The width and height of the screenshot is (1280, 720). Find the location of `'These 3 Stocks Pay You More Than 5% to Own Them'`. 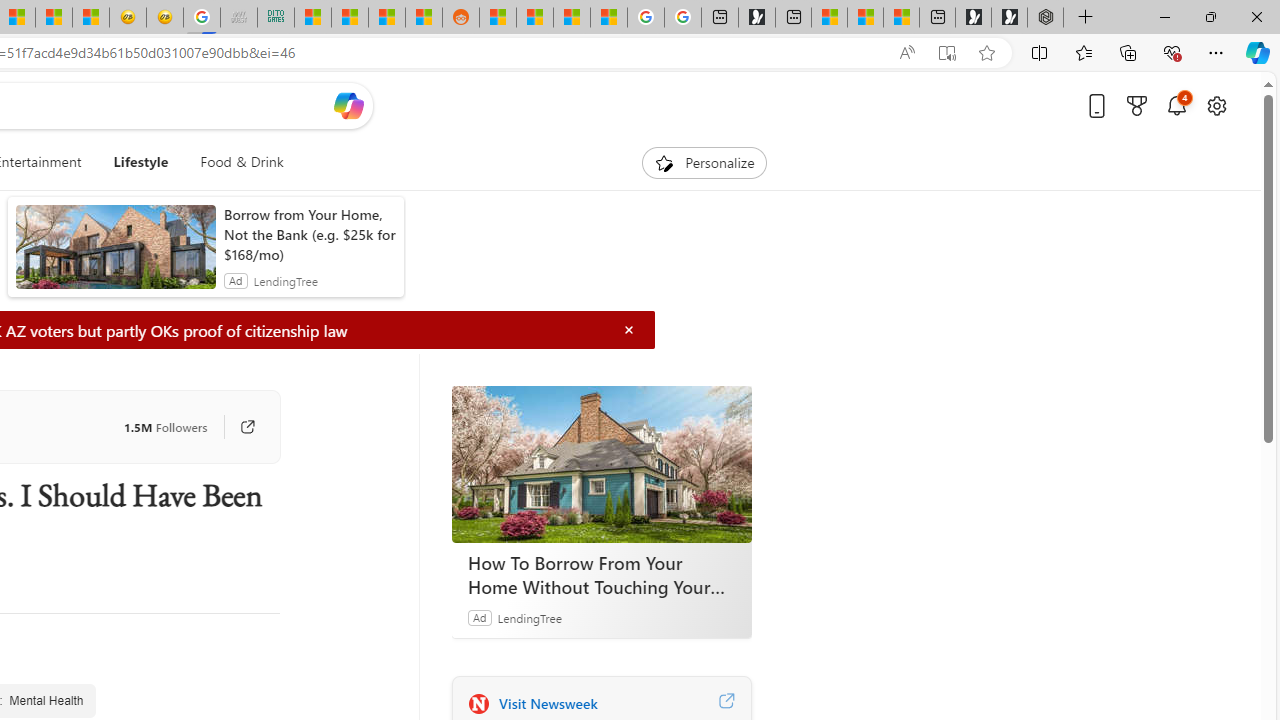

'These 3 Stocks Pay You More Than 5% to Own Them' is located at coordinates (900, 17).